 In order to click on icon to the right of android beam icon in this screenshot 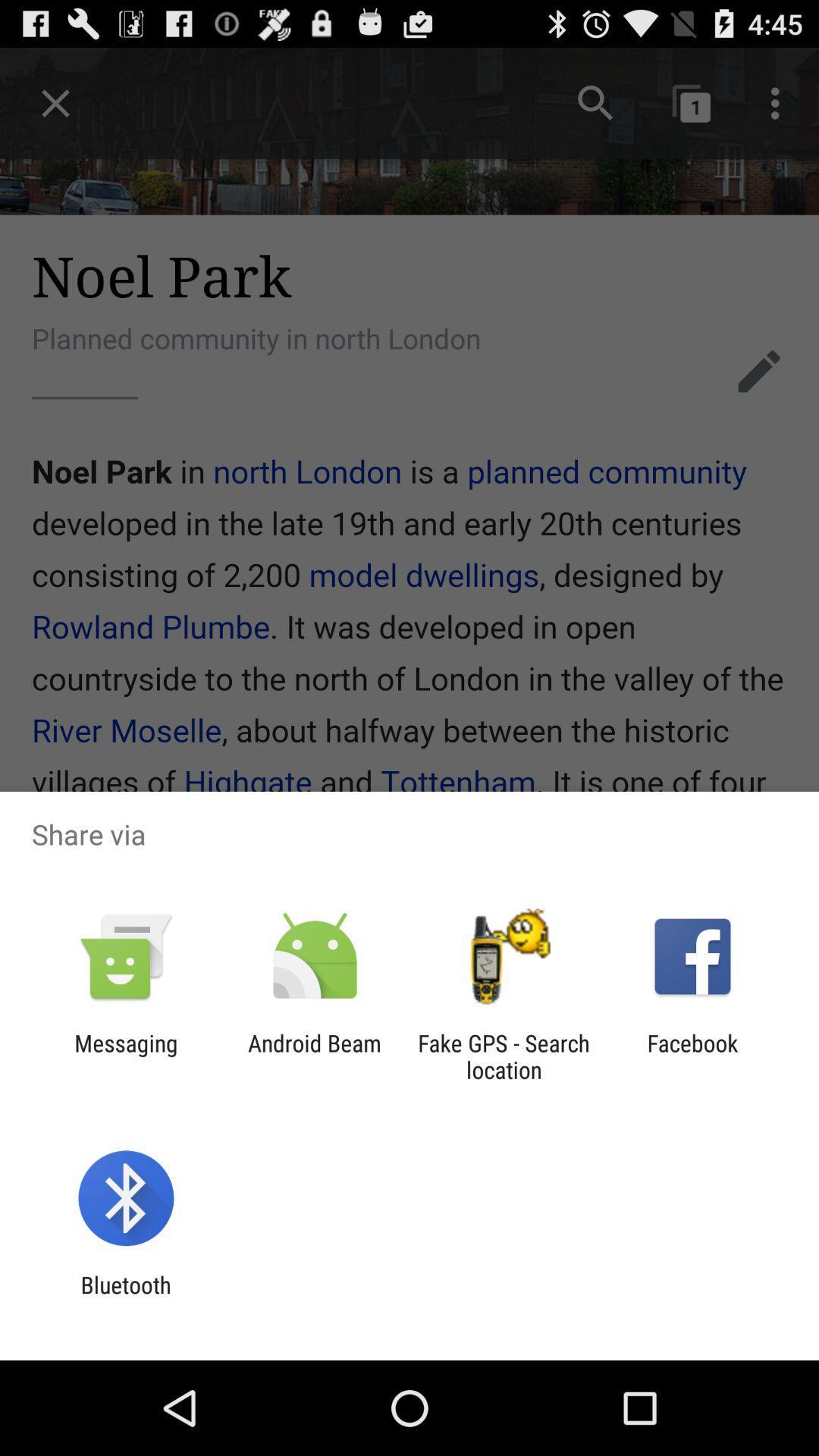, I will do `click(504, 1056)`.